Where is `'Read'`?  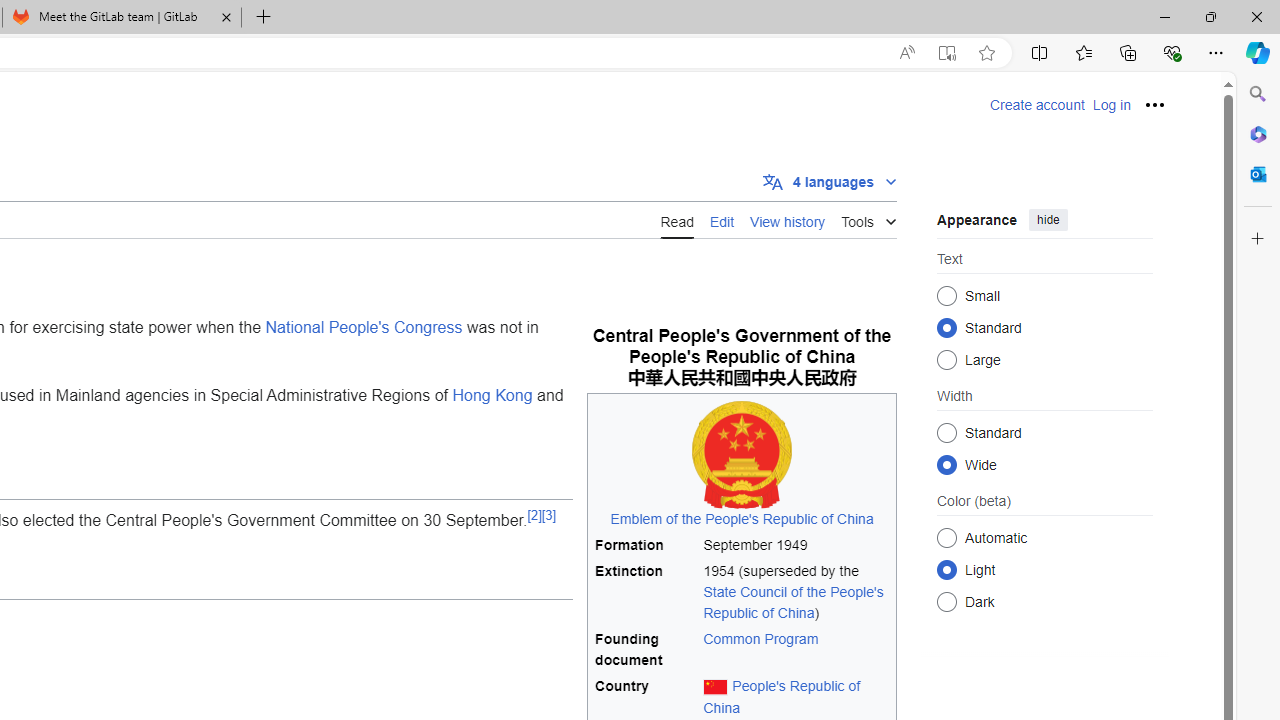 'Read' is located at coordinates (677, 219).